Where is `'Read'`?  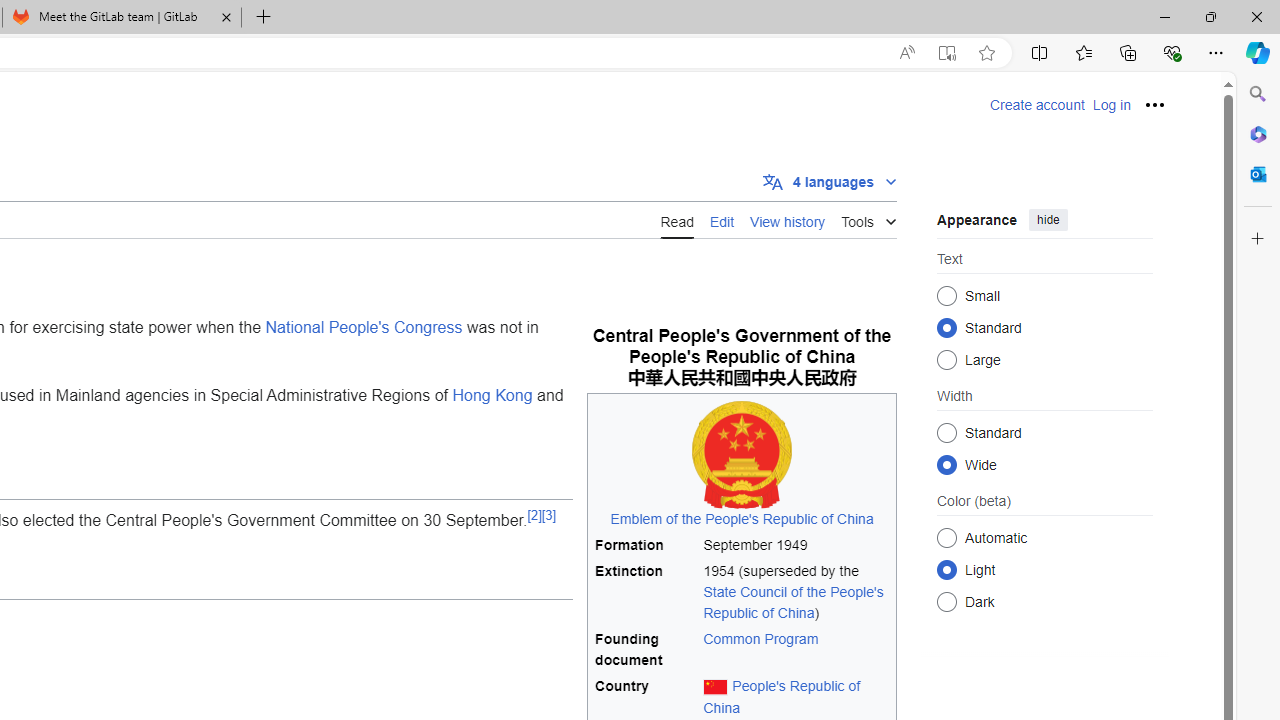 'Read' is located at coordinates (677, 219).